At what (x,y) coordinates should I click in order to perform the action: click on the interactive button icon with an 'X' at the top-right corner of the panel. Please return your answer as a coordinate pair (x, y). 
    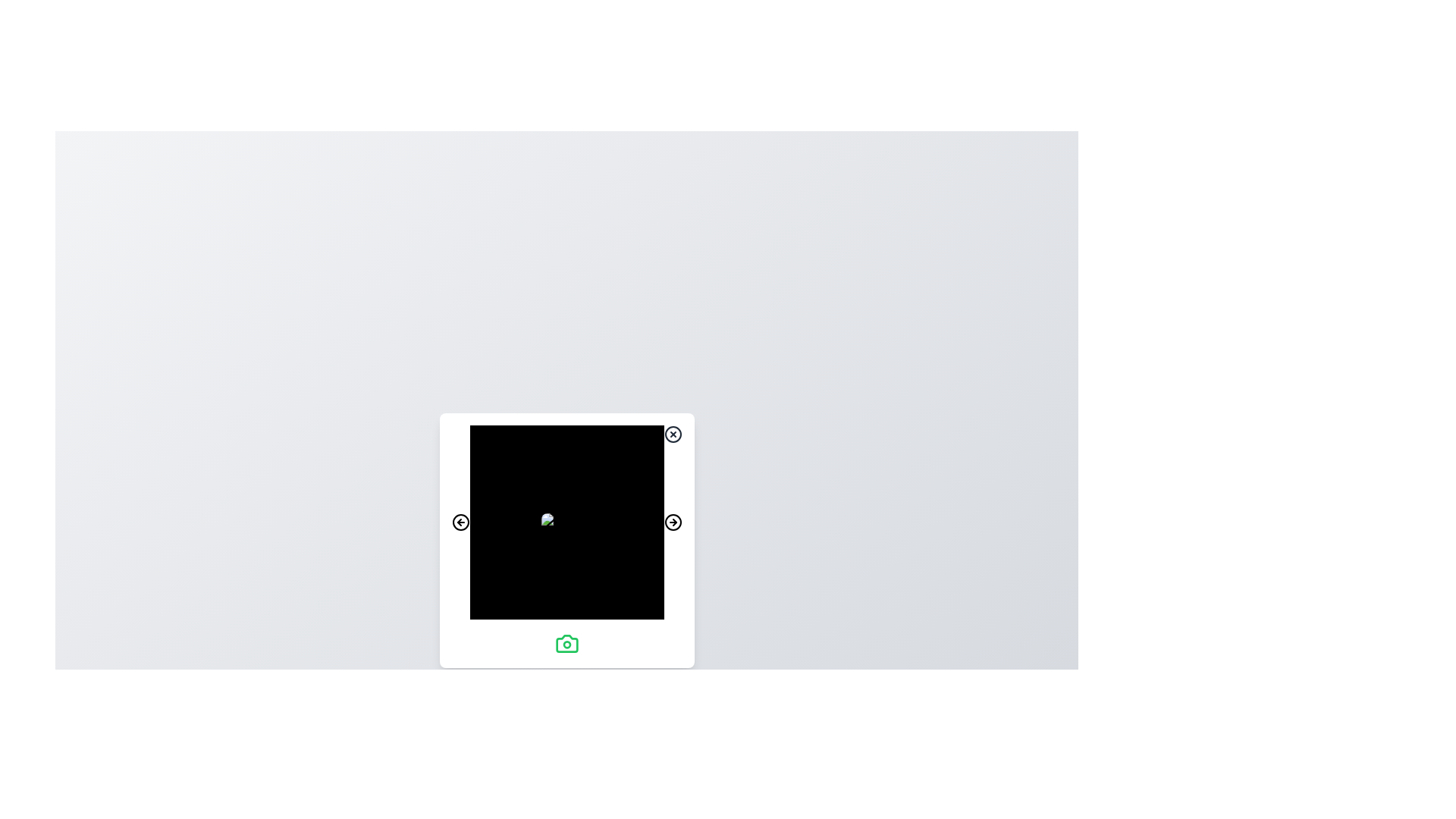
    Looking at the image, I should click on (672, 435).